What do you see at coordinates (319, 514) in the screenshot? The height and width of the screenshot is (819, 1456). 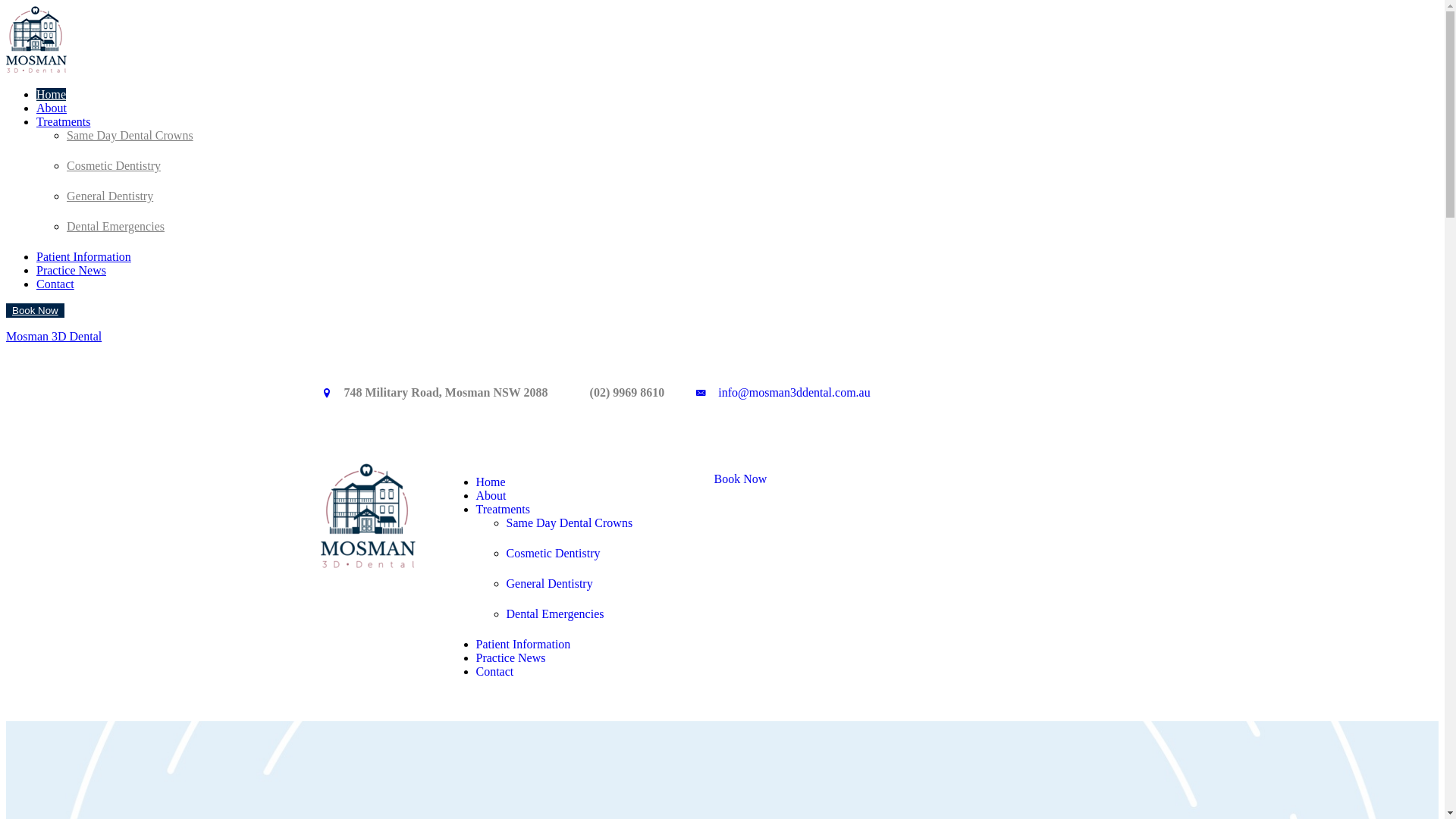 I see `'Mosman-3d-logo-150x150'` at bounding box center [319, 514].